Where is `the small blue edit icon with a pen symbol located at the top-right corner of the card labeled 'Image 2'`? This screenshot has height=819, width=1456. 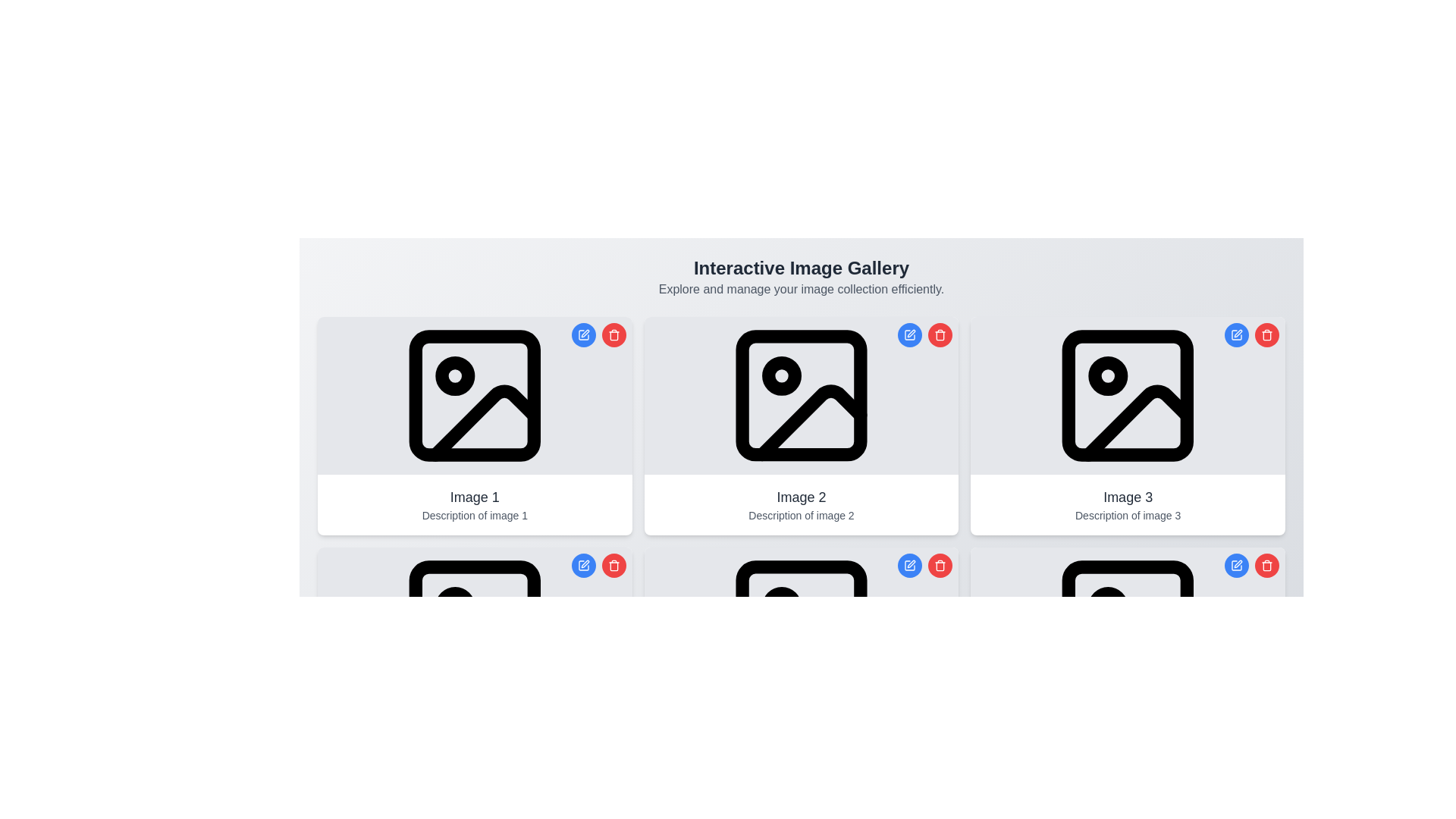
the small blue edit icon with a pen symbol located at the top-right corner of the card labeled 'Image 2' is located at coordinates (910, 565).